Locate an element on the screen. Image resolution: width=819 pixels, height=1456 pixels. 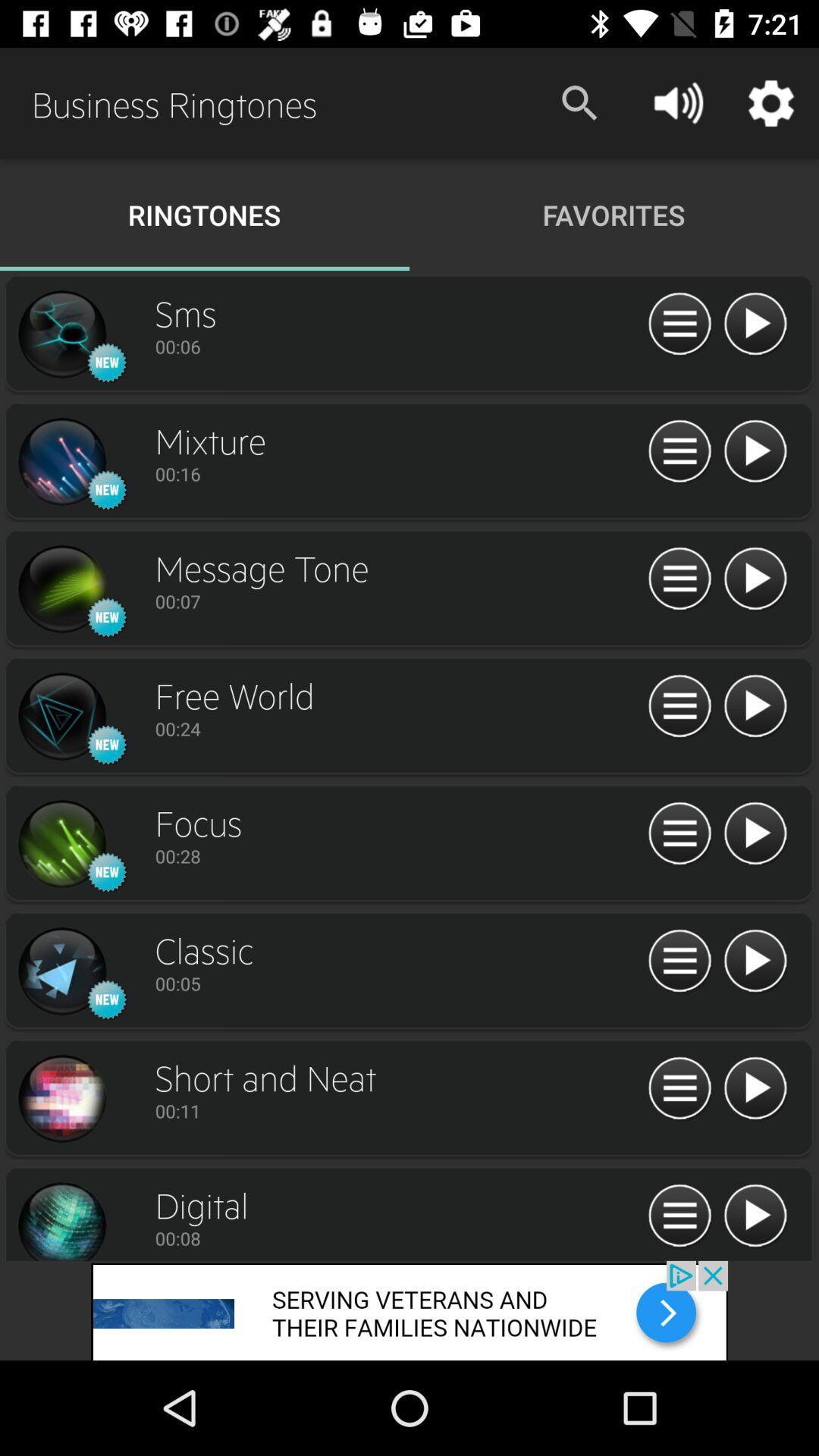
settings audio is located at coordinates (679, 833).